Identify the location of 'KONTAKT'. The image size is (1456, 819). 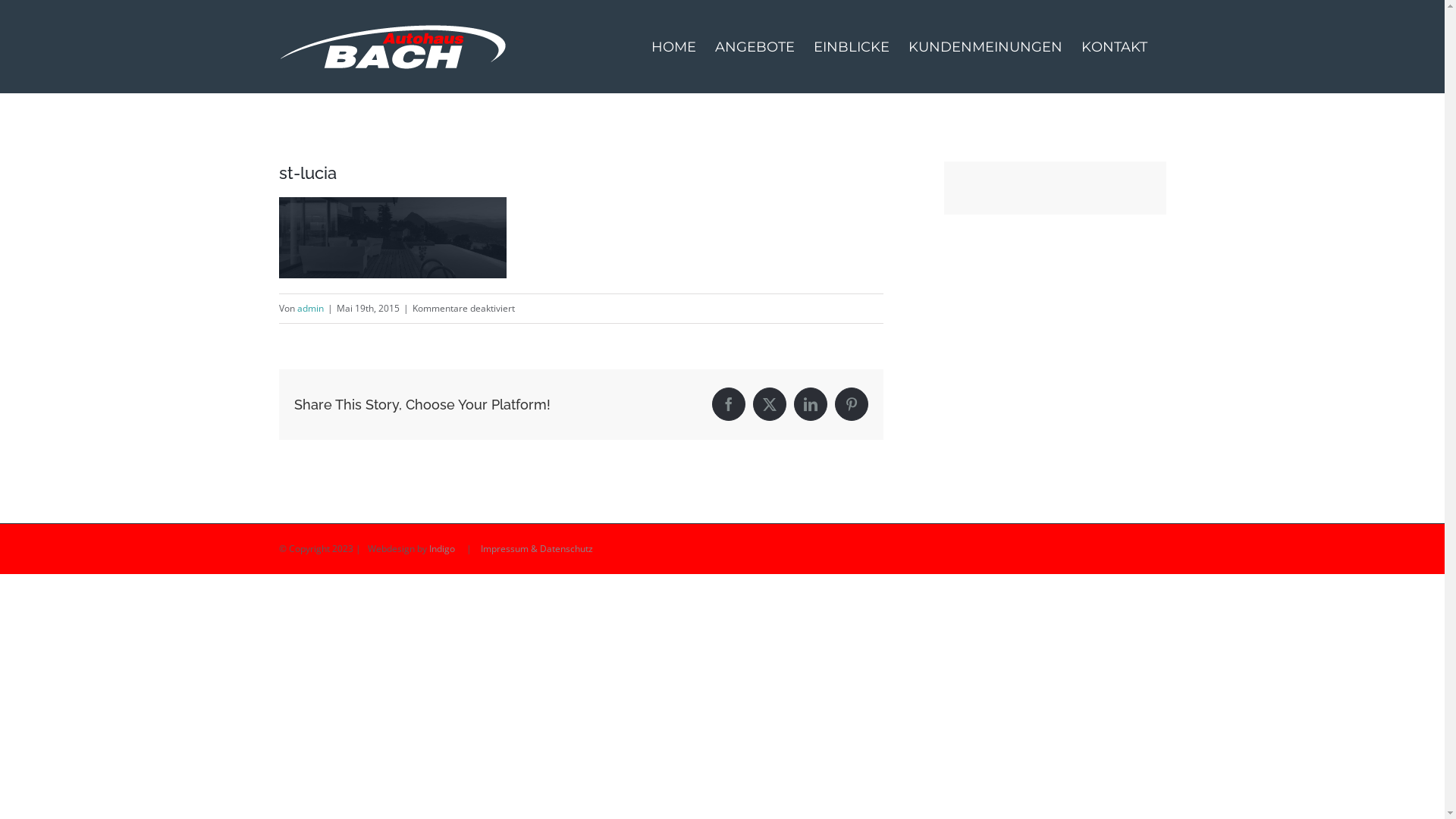
(1114, 45).